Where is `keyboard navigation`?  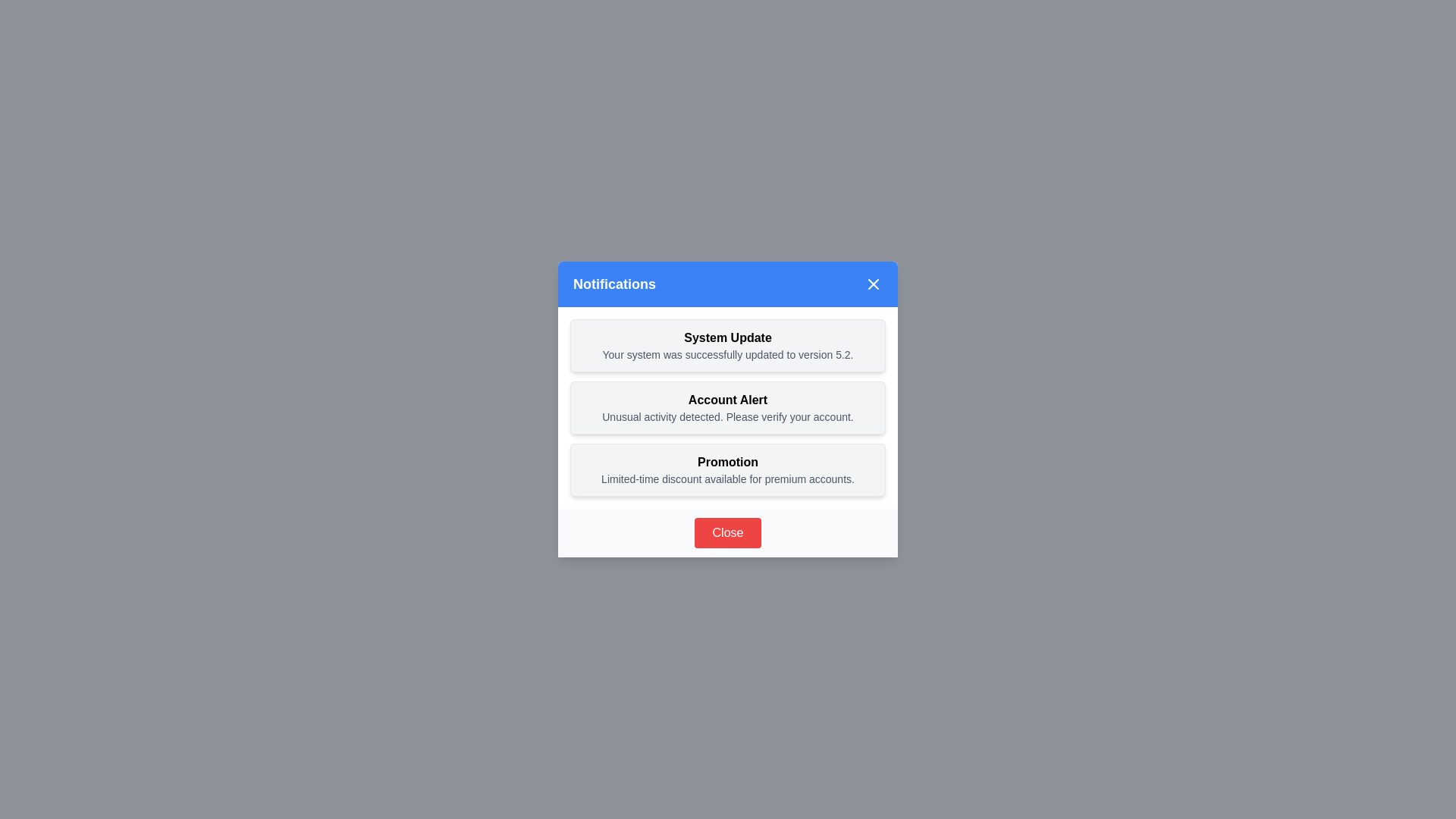
keyboard navigation is located at coordinates (728, 345).